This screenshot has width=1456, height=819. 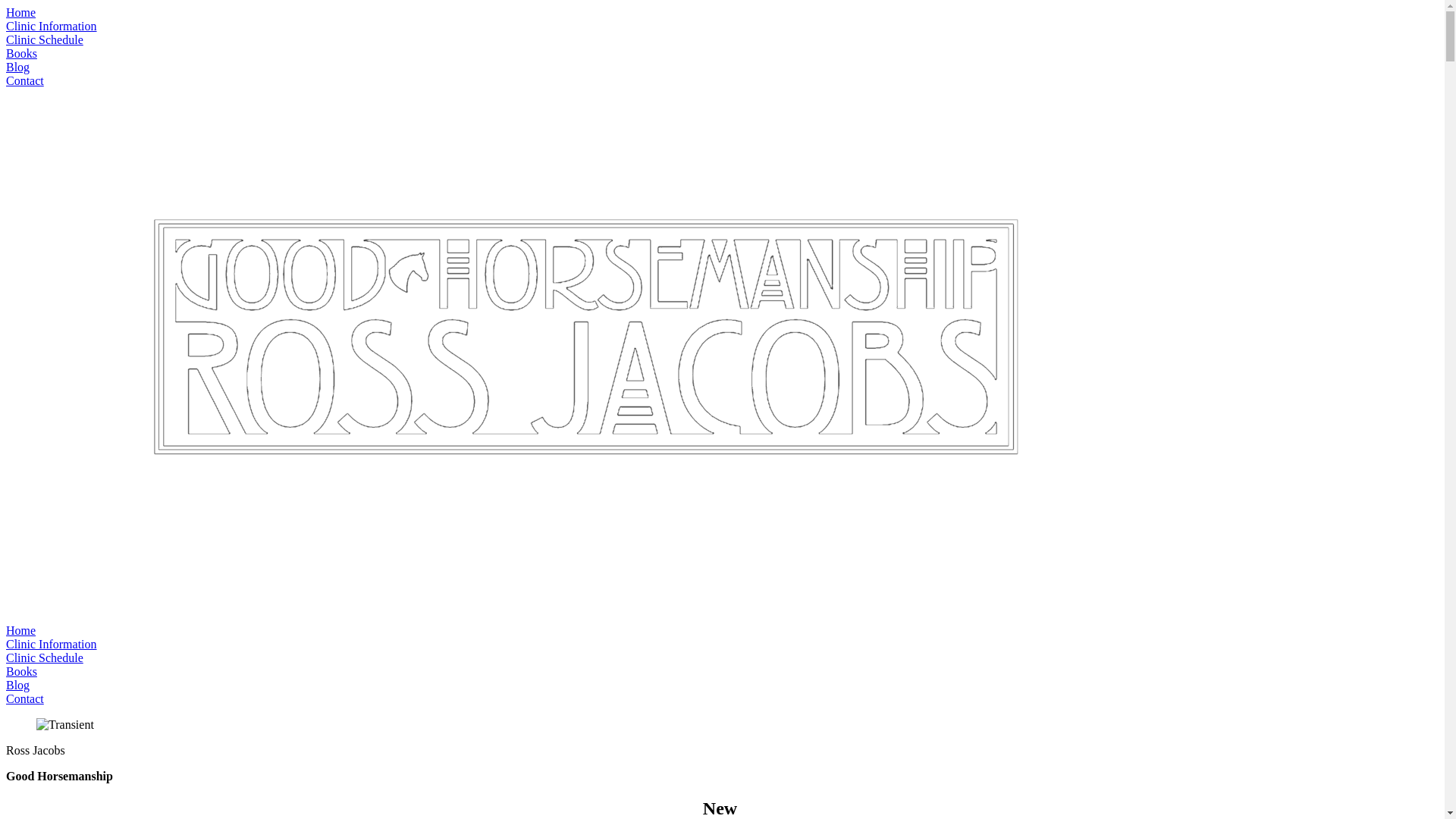 I want to click on 'Clinic Schedule', so click(x=6, y=657).